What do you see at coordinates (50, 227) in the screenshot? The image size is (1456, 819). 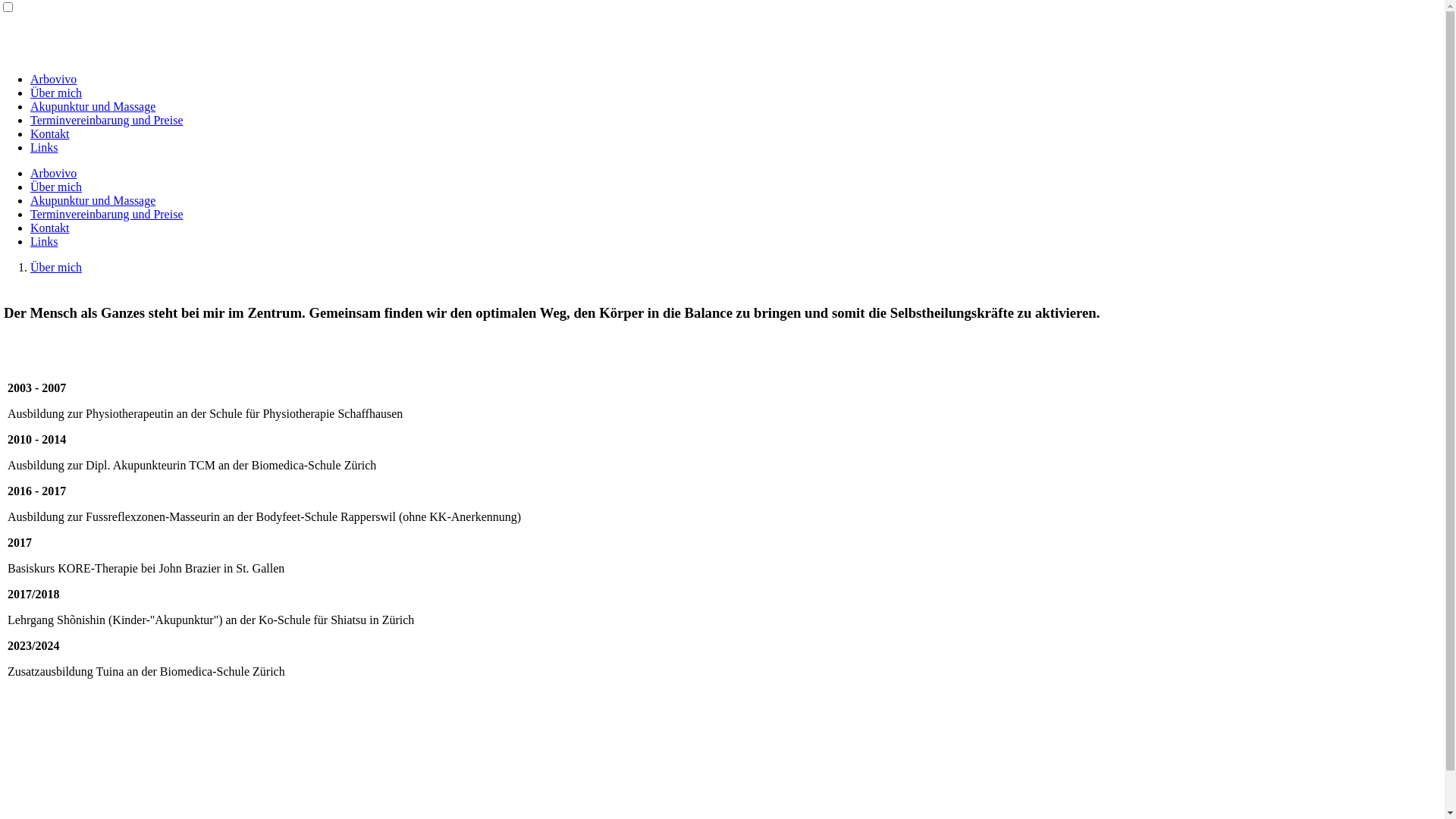 I see `'Kontakt'` at bounding box center [50, 227].